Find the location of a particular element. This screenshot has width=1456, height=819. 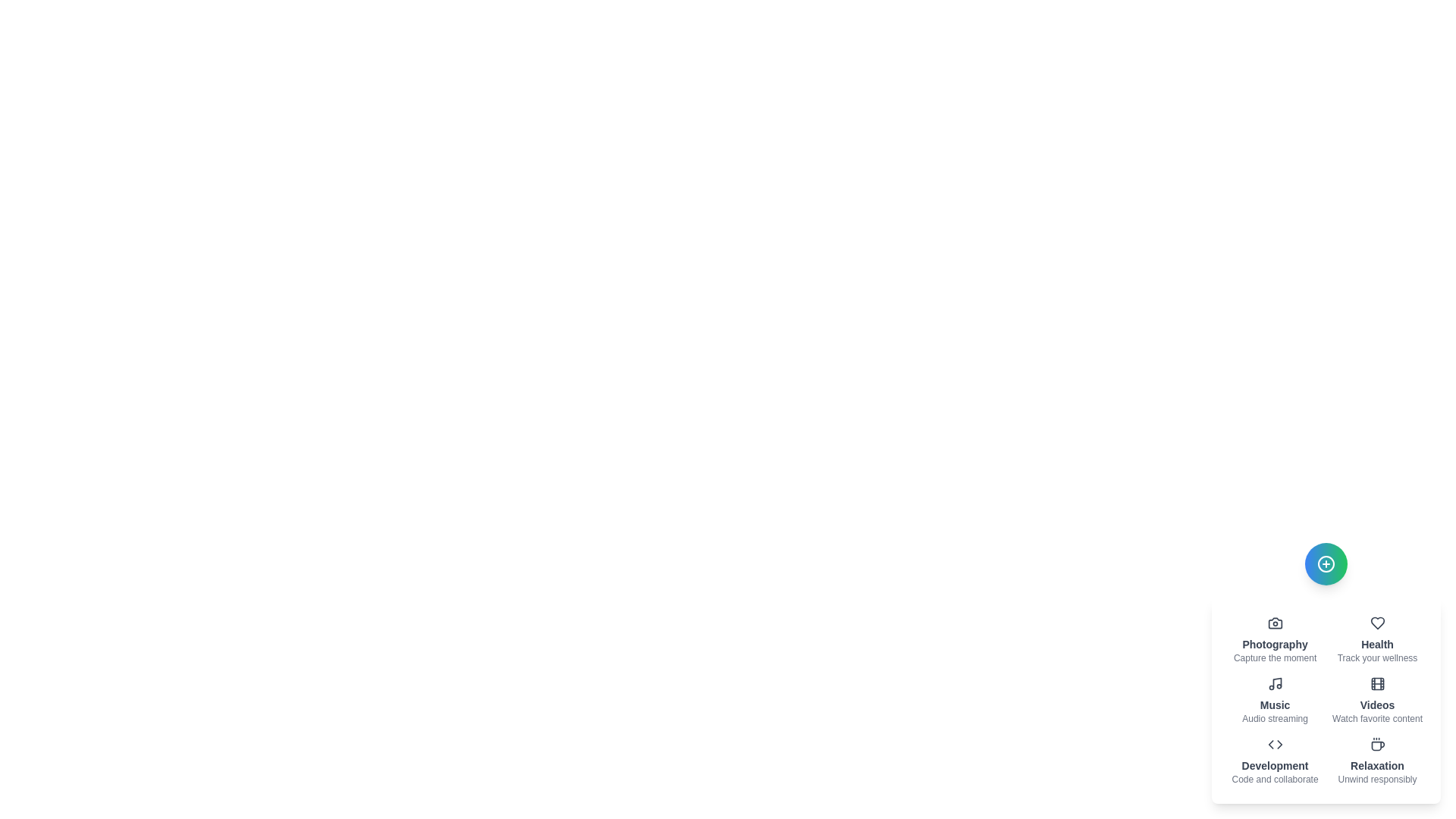

the item labeled 'Music' to observe its hover effect is located at coordinates (1274, 701).